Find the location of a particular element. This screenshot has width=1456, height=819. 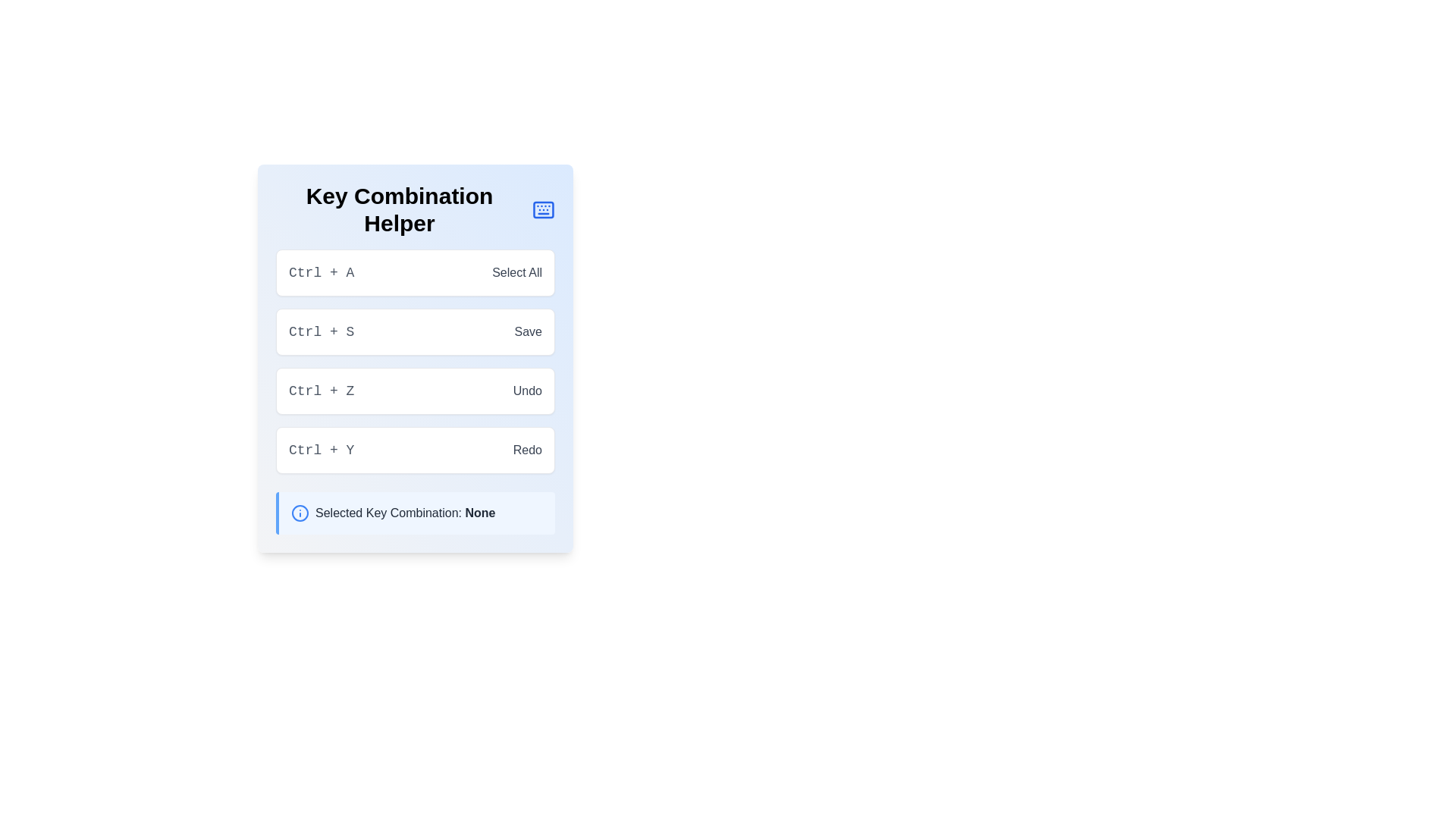

the Text label that displays the currently selected keyboard combination, located at the bottom of the interface within the informational block is located at coordinates (405, 513).